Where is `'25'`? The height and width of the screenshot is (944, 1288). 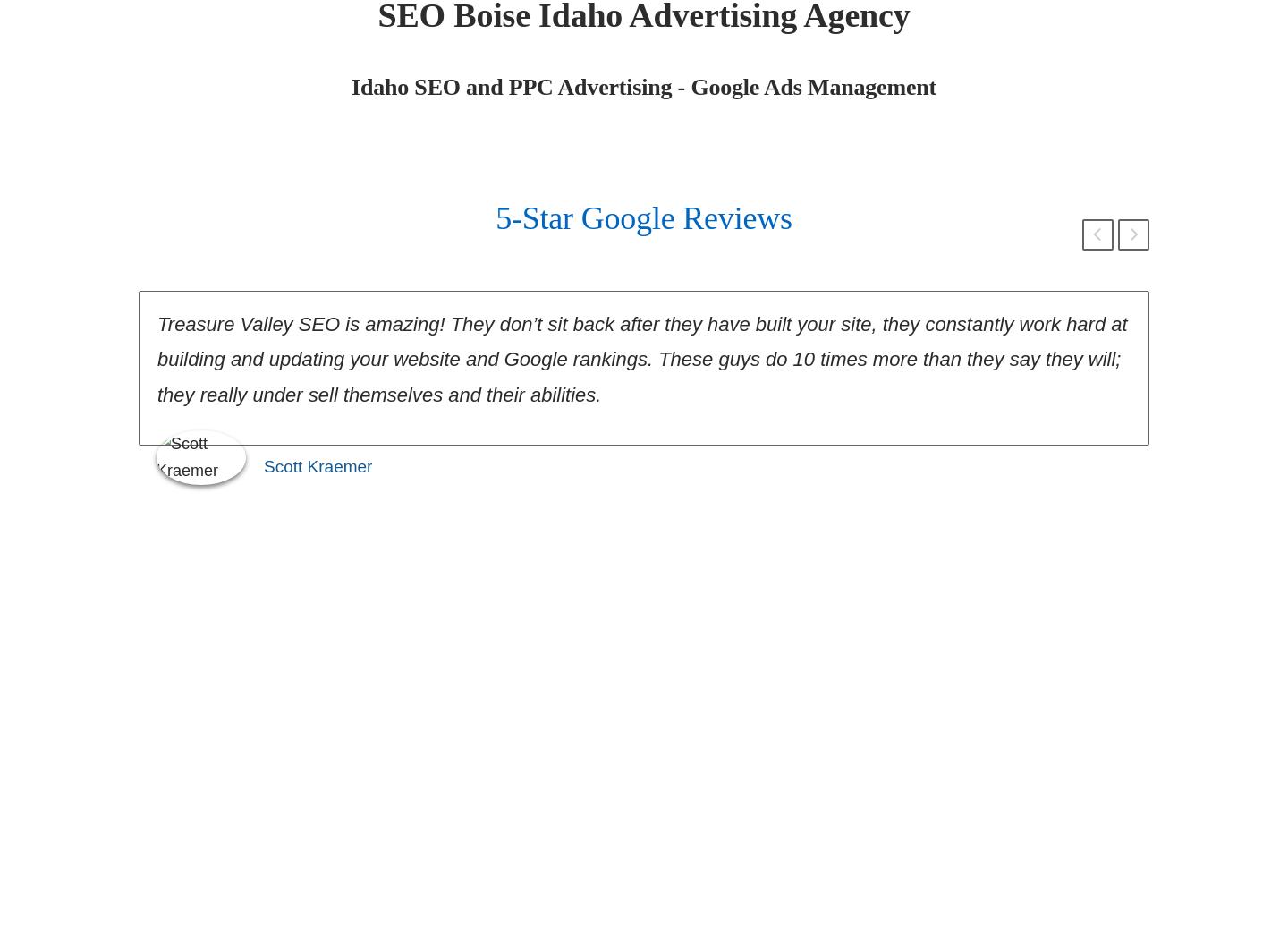
'25' is located at coordinates (219, 862).